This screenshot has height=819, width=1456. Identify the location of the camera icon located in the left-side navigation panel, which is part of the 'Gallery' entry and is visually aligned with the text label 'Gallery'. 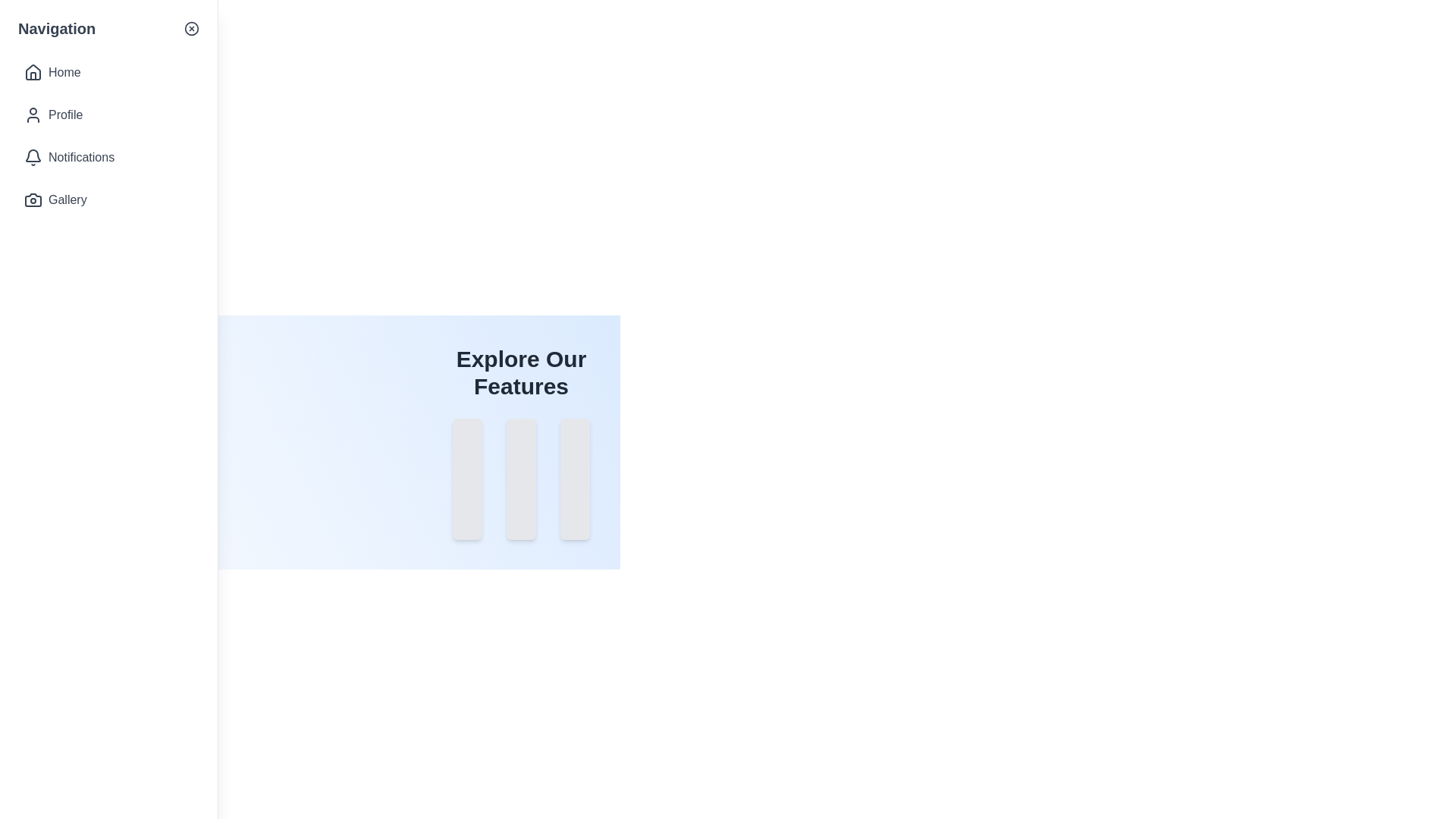
(33, 199).